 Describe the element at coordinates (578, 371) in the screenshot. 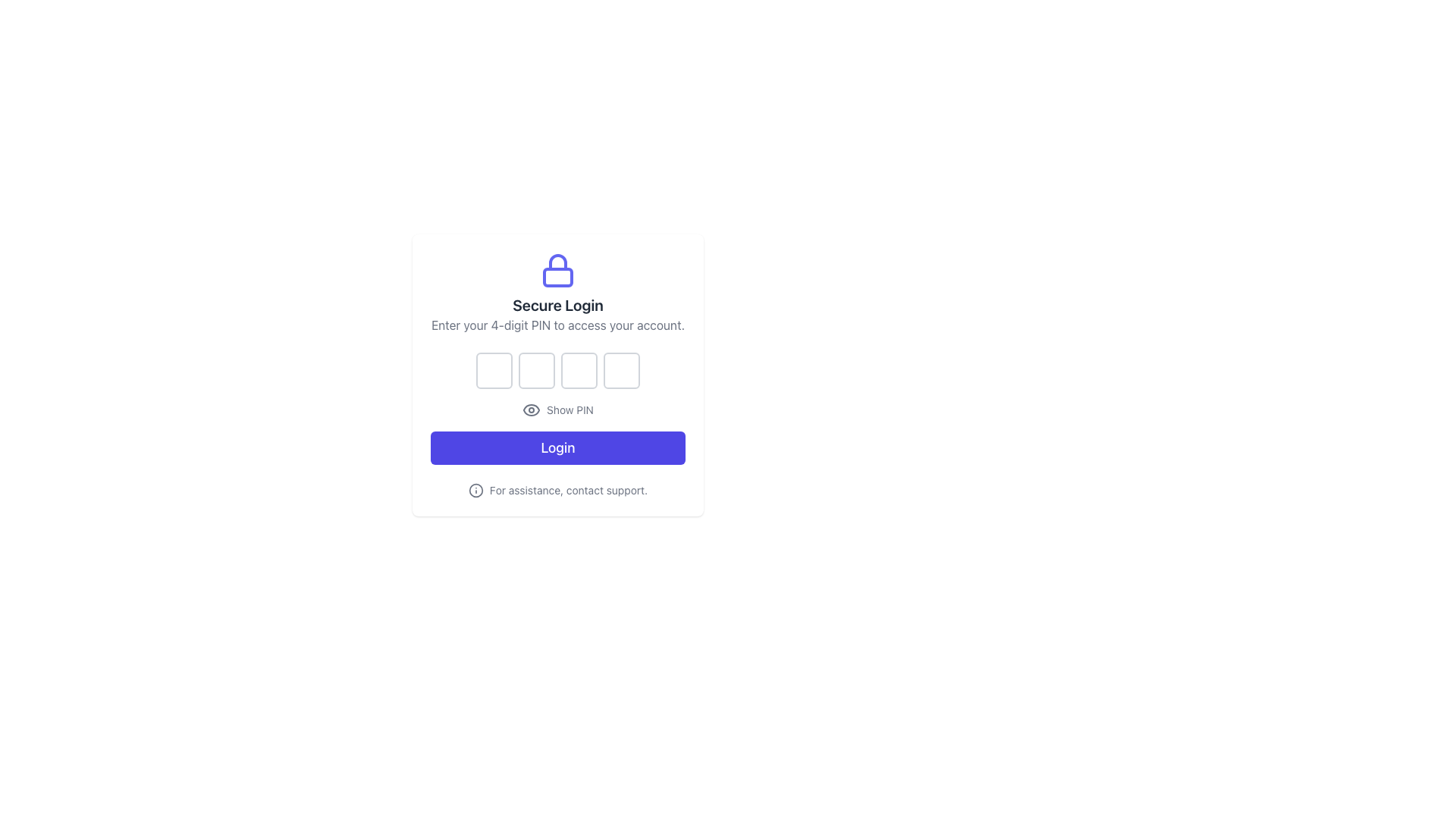

I see `on the third password input field, which has a gray border and rounded corners` at that location.